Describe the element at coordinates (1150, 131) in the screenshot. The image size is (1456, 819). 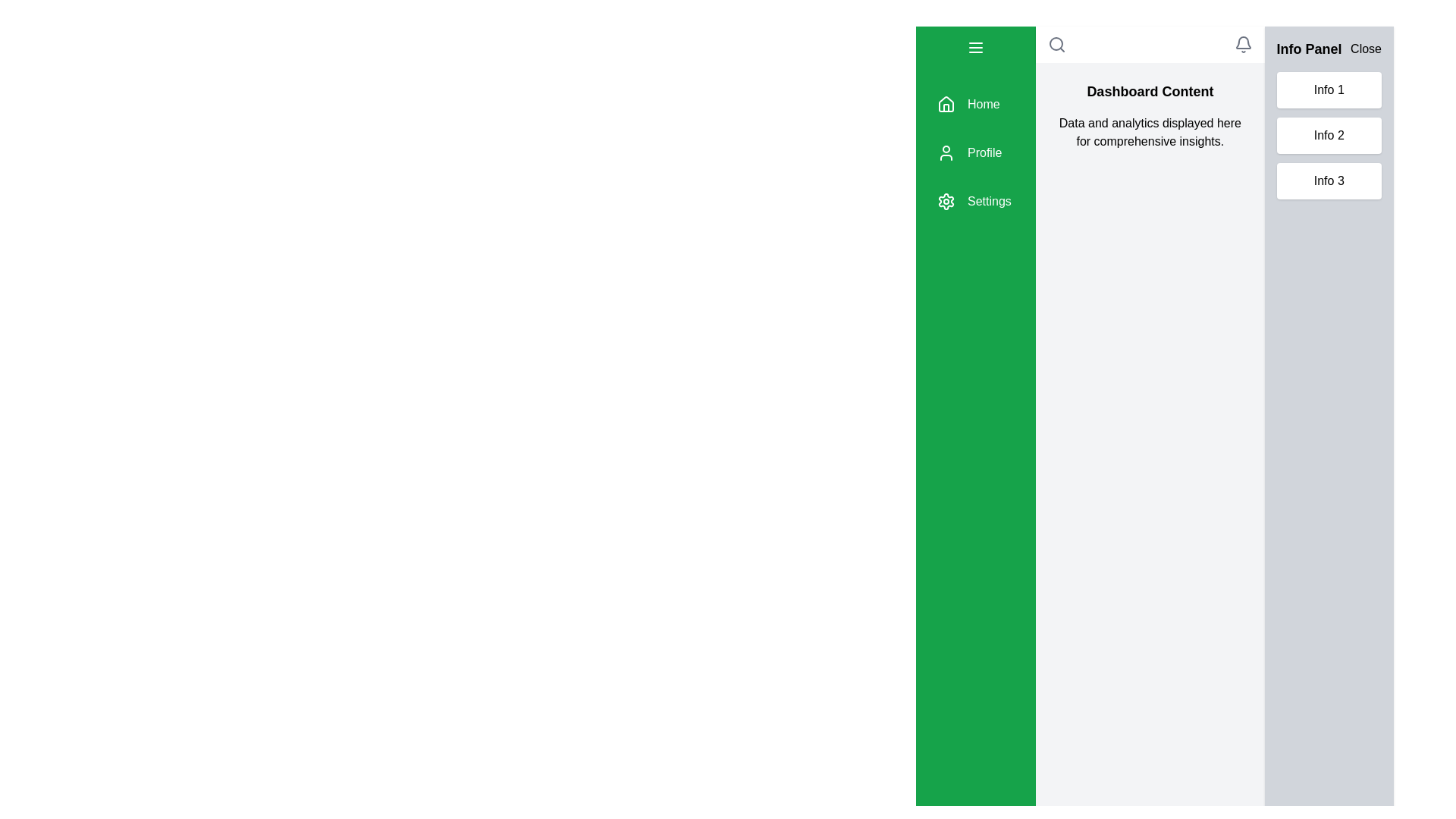
I see `the static text label located below the 'Dashboard Content' heading in the main content area of the dashboard interface` at that location.